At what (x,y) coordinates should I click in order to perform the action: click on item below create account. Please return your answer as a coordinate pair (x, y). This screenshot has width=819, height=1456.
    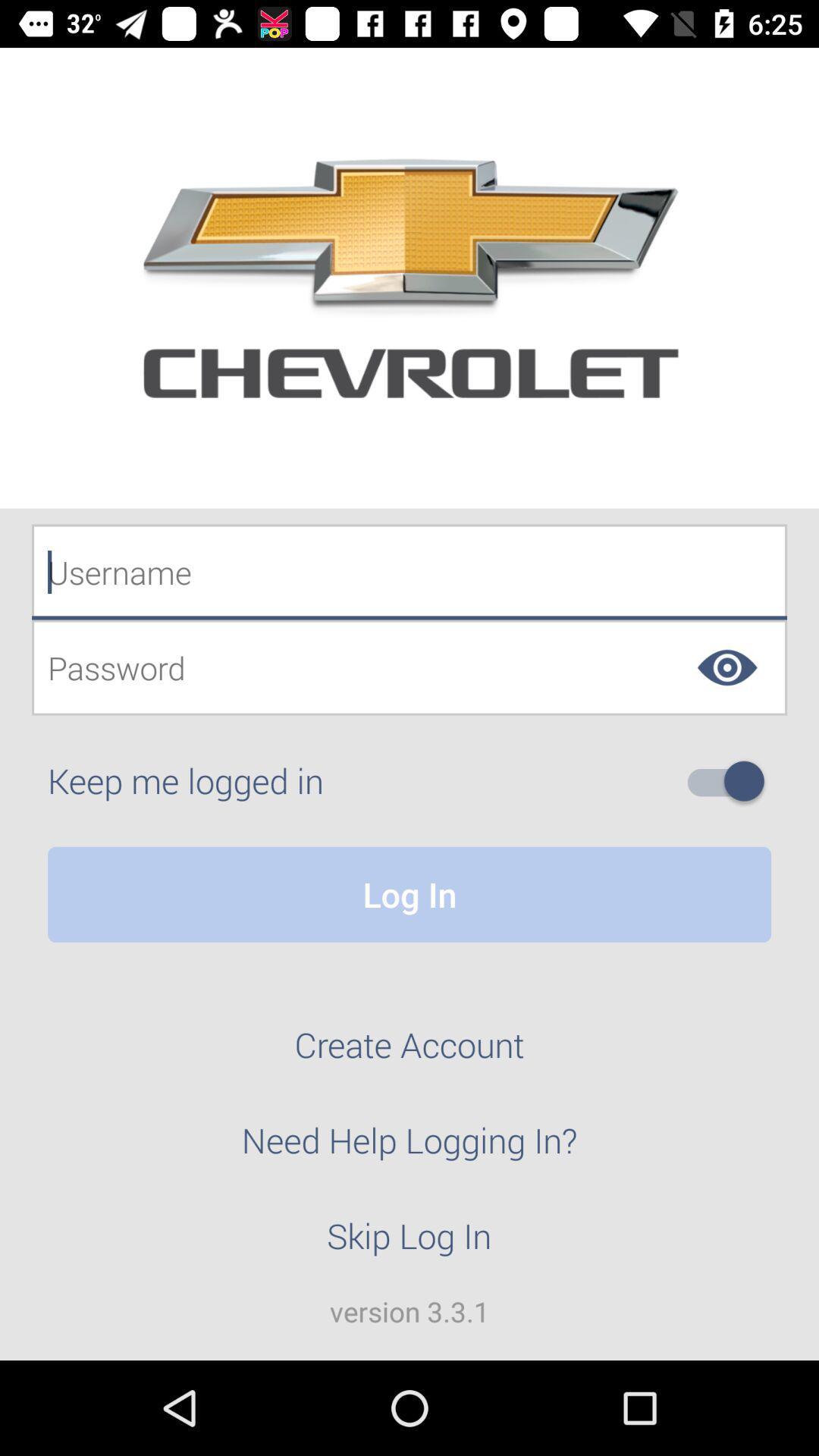
    Looking at the image, I should click on (409, 1149).